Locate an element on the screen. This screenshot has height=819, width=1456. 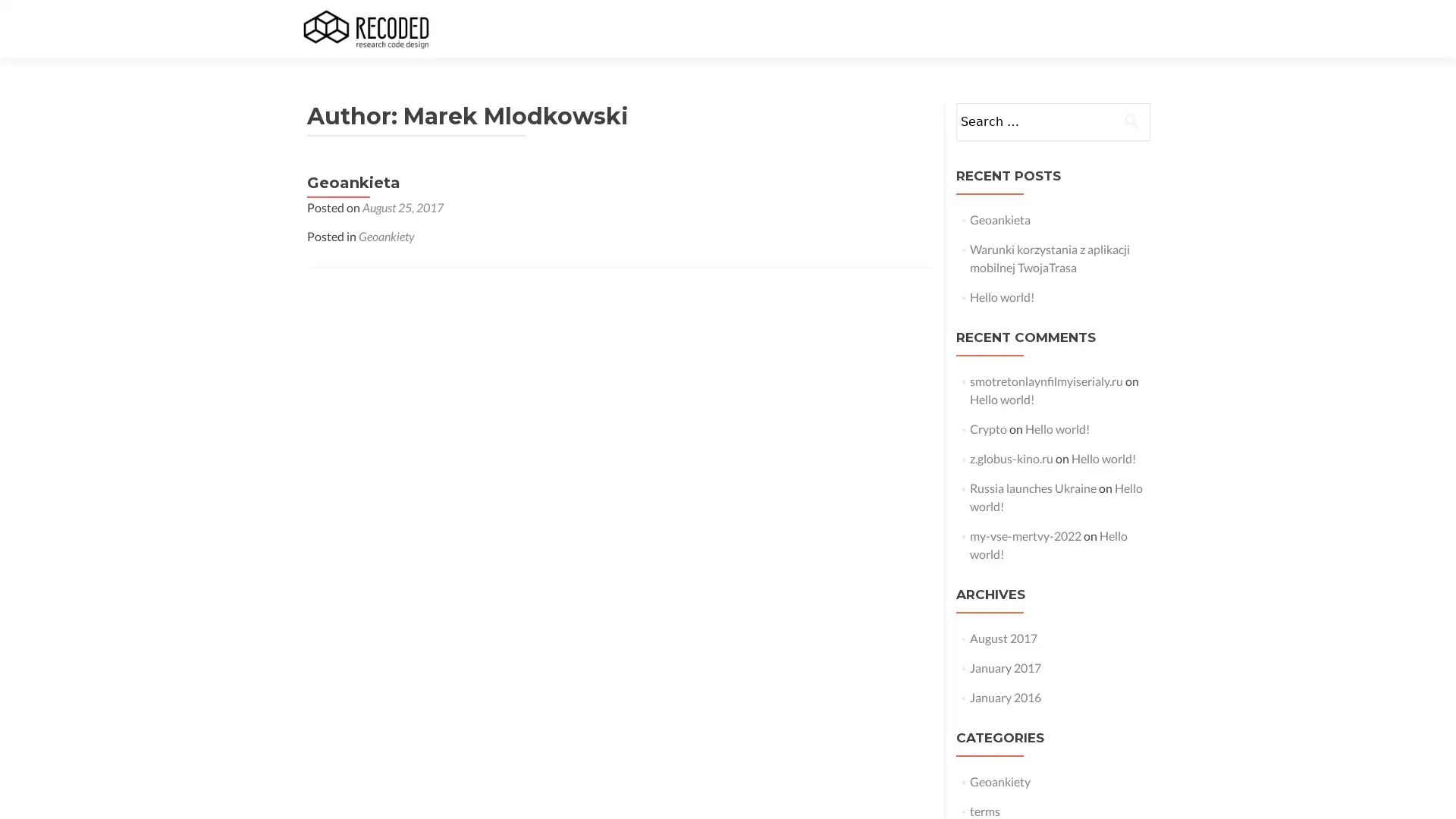
Search is located at coordinates (1131, 119).